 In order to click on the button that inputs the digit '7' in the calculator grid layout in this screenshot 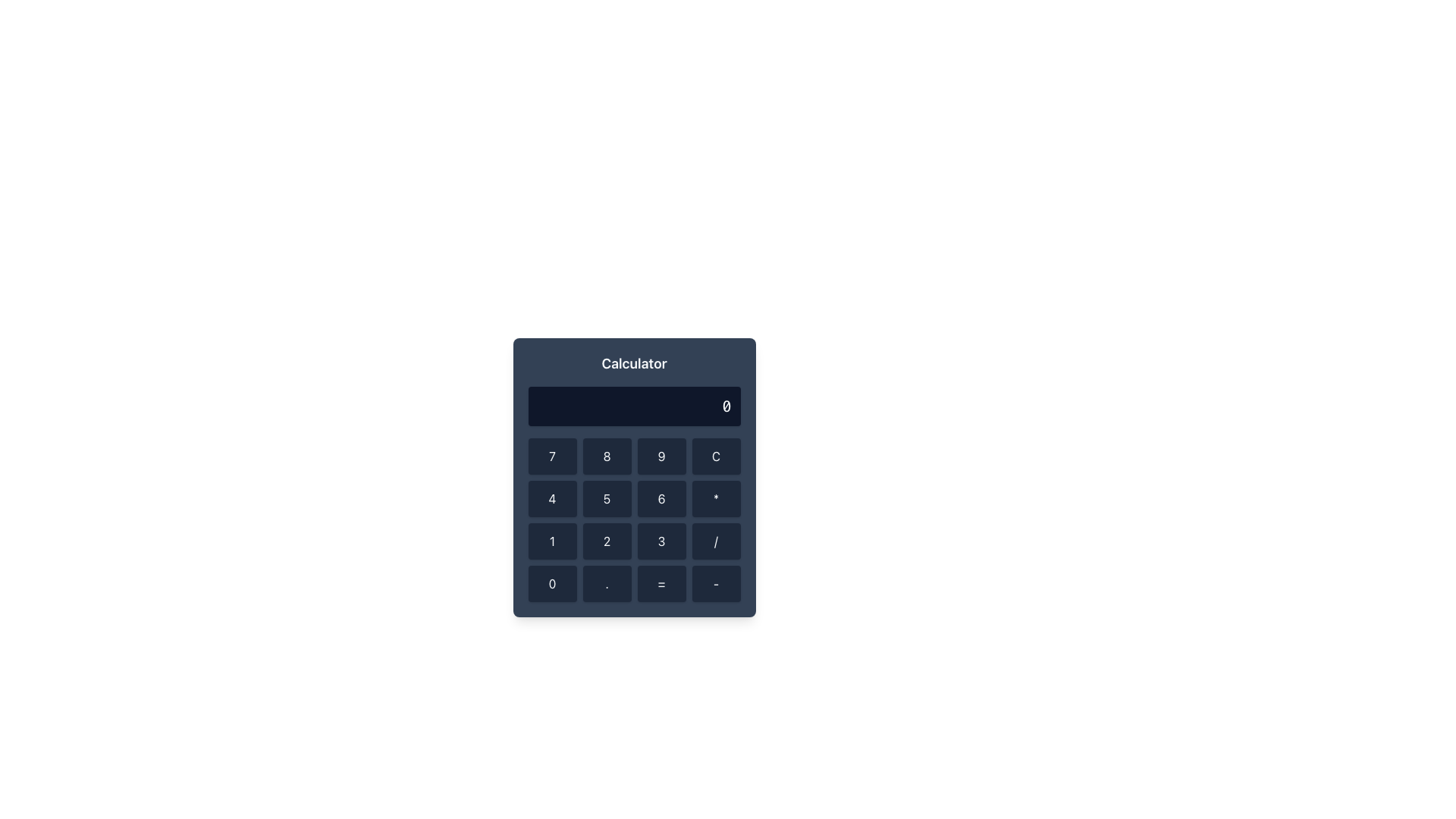, I will do `click(551, 455)`.